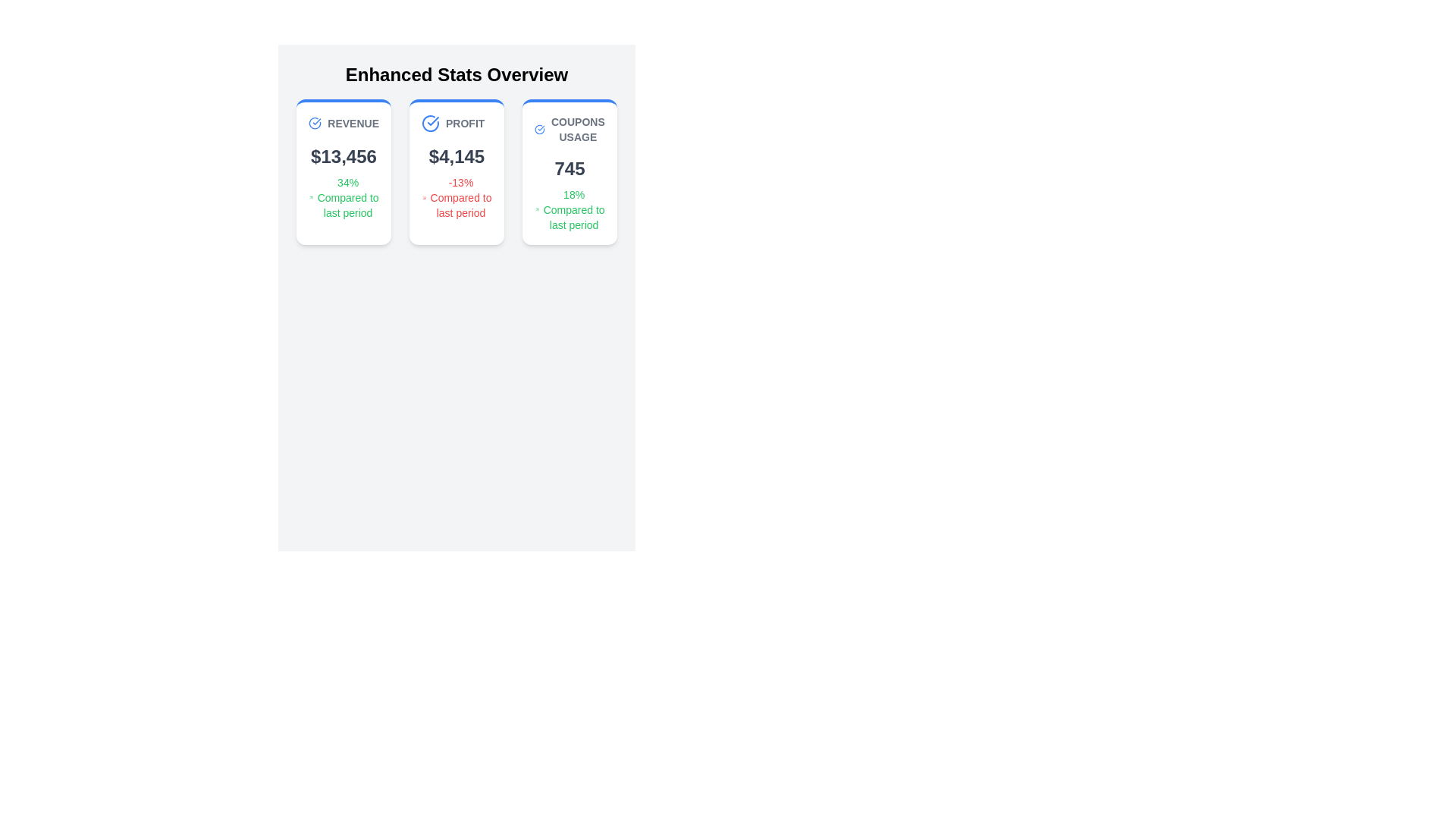 This screenshot has width=1456, height=819. I want to click on the text displaying the numerical value '745' for 'COUPONS USAGE', which is located in the third card of the layout, so click(569, 169).